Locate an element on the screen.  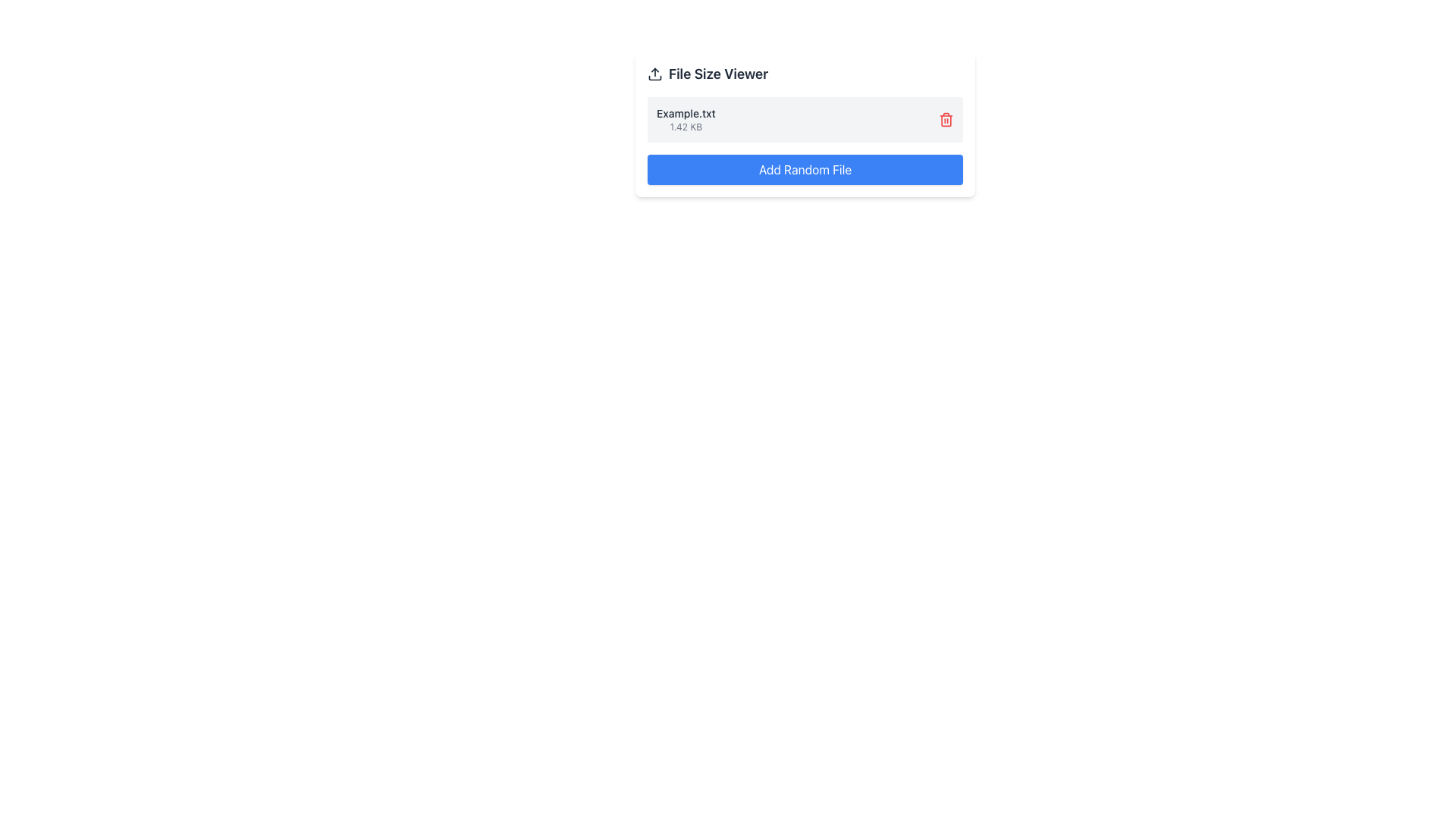
on the file name 'Example.txt' in the Text Display is located at coordinates (685, 119).